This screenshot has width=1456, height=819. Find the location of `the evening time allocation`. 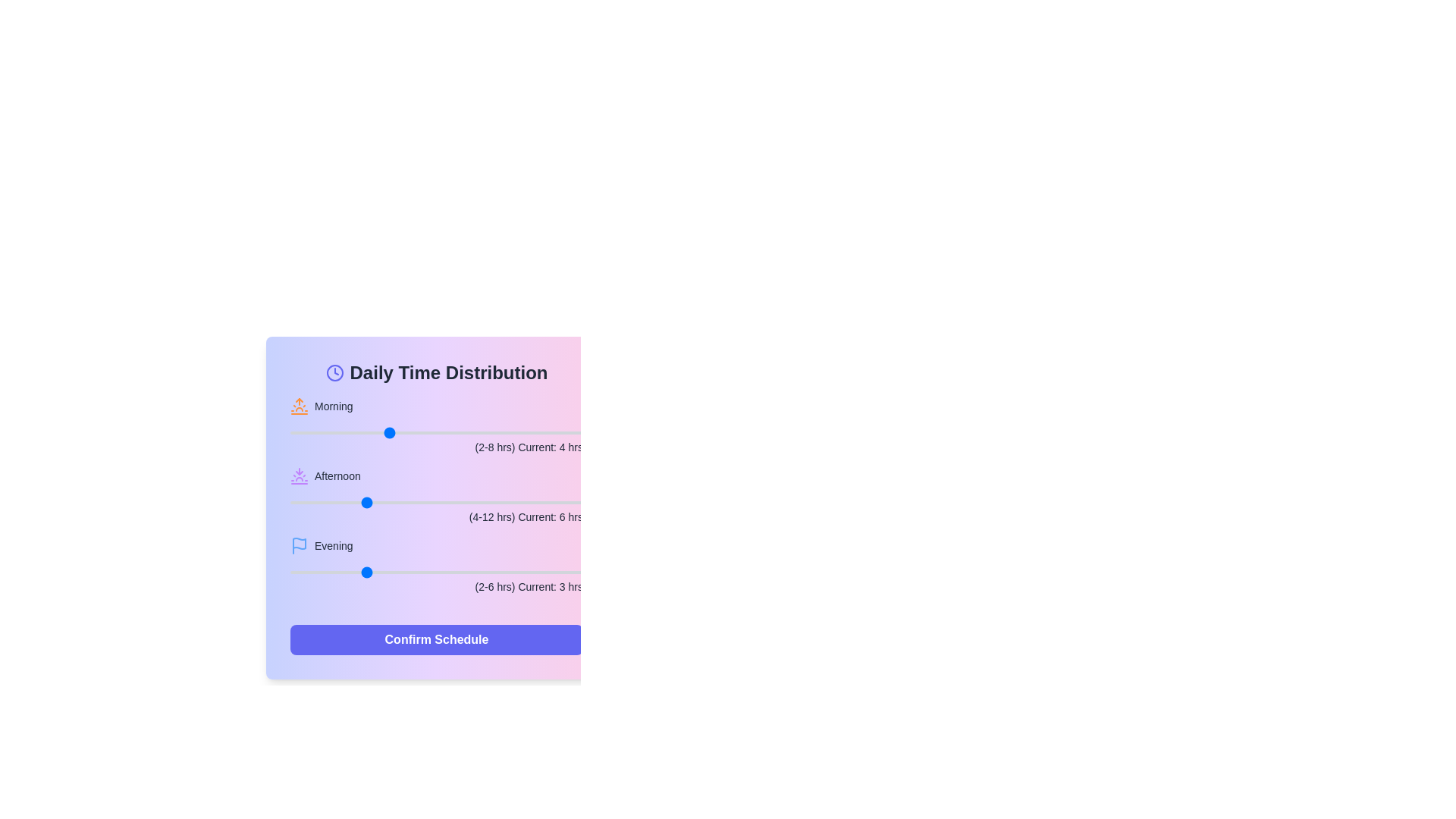

the evening time allocation is located at coordinates (510, 573).